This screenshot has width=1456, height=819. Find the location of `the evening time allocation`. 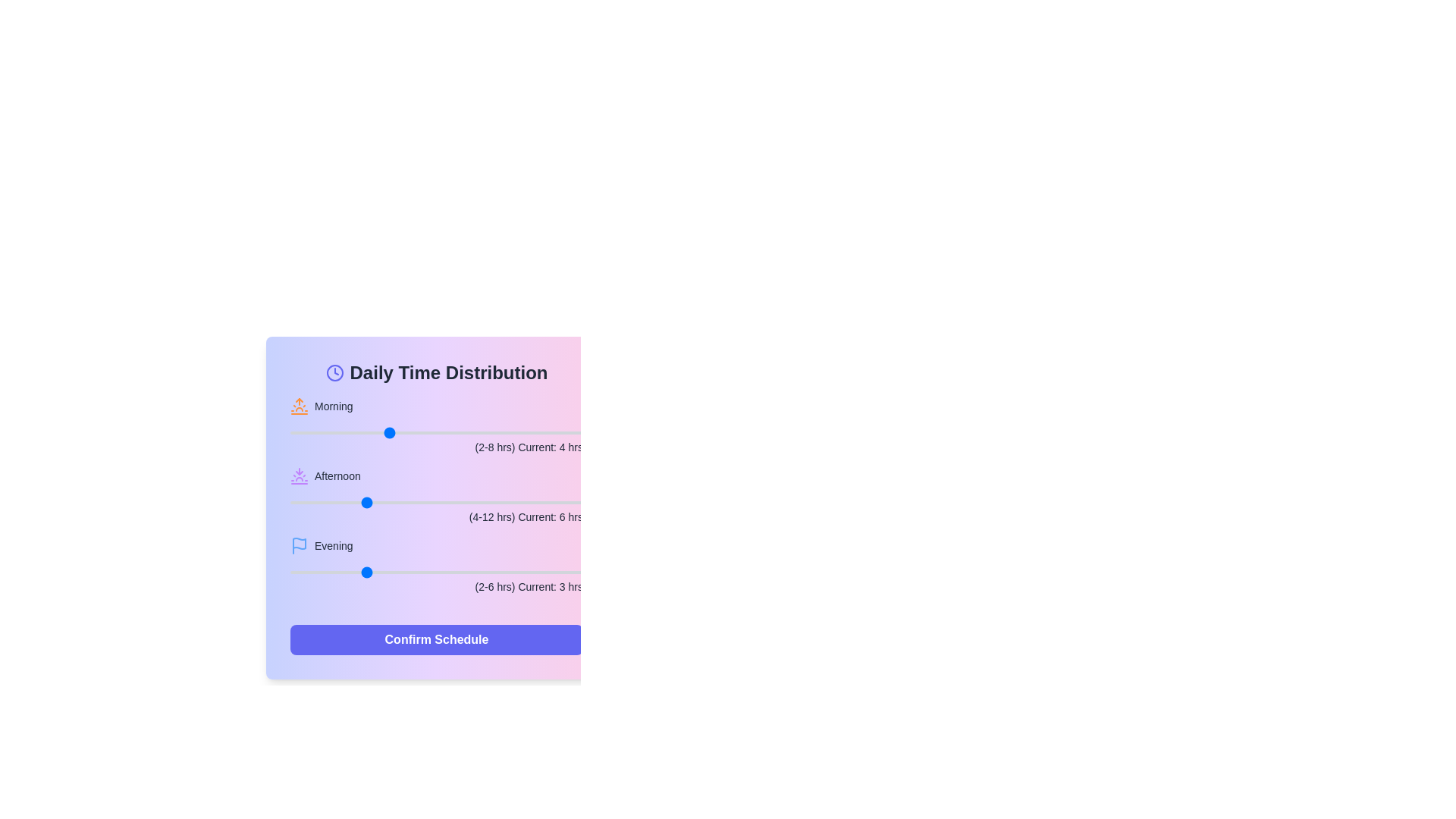

the evening time allocation is located at coordinates (510, 573).